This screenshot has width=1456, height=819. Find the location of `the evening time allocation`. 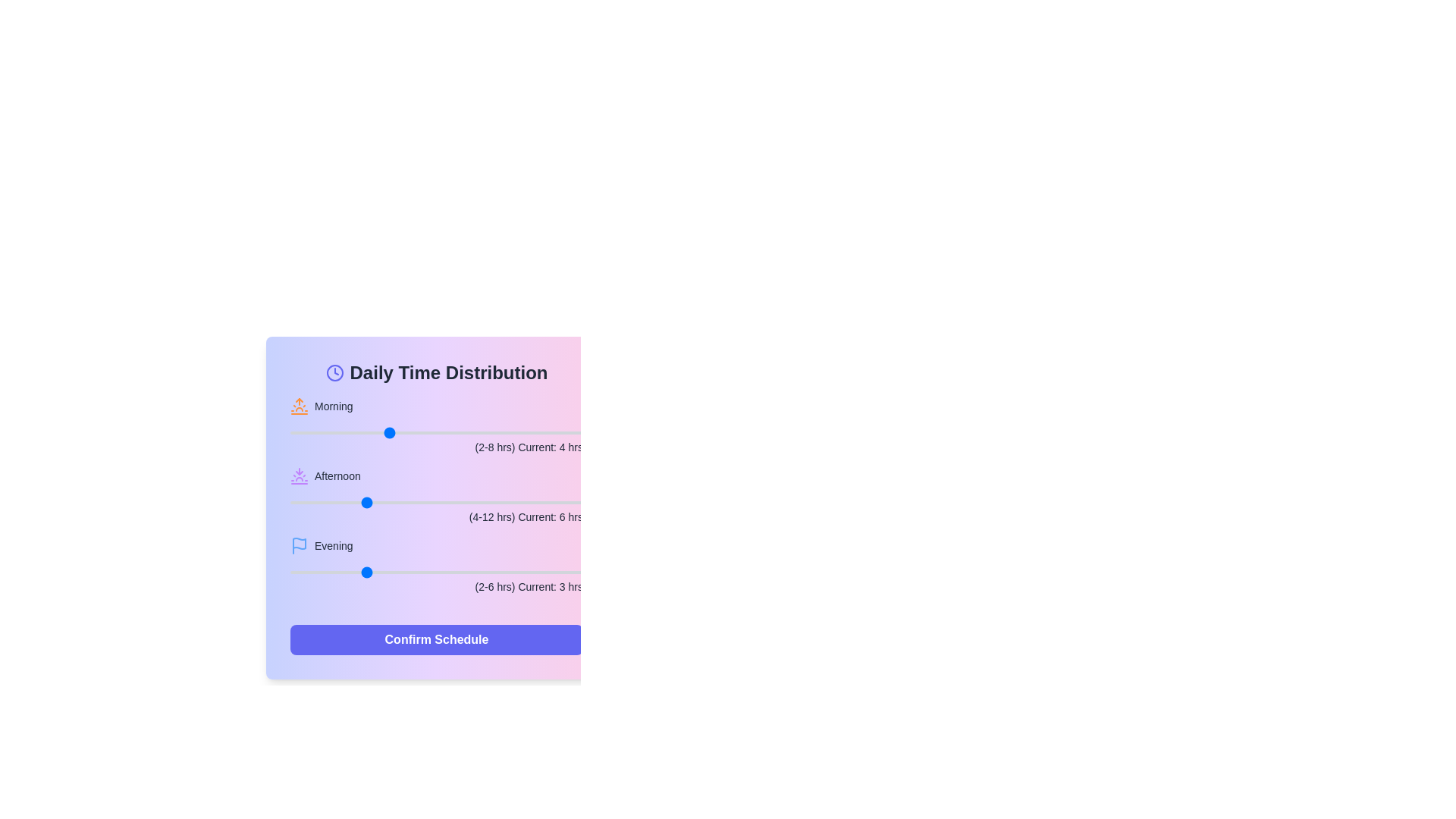

the evening time allocation is located at coordinates (510, 573).